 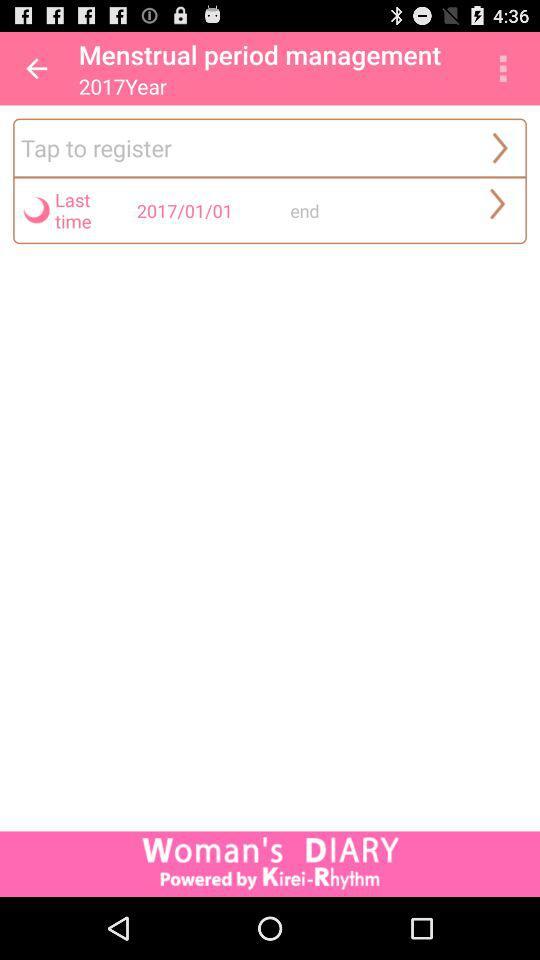 What do you see at coordinates (36, 68) in the screenshot?
I see `app next to the menstrual period management app` at bounding box center [36, 68].